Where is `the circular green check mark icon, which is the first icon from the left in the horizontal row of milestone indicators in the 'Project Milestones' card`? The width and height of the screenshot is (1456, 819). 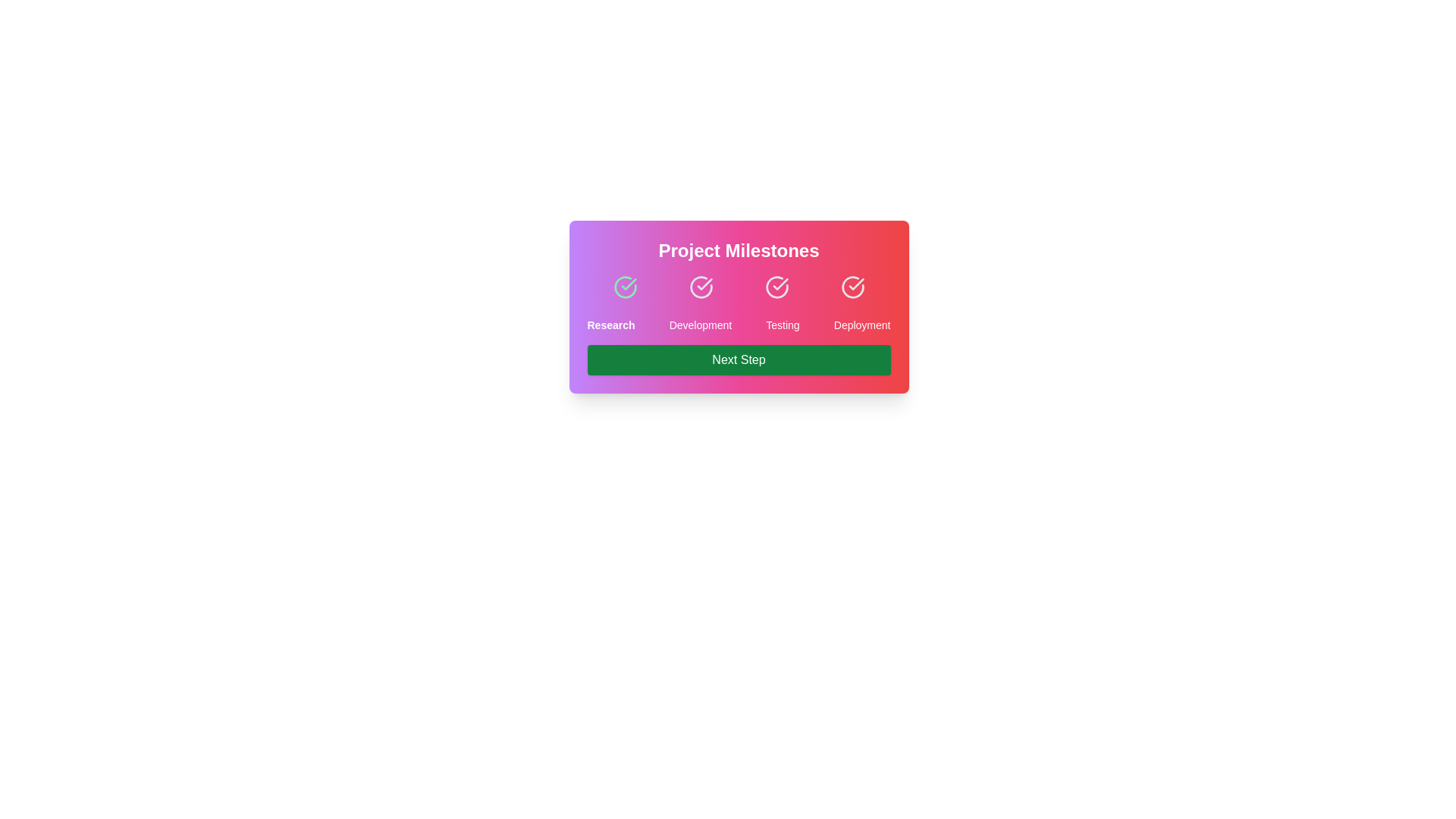 the circular green check mark icon, which is the first icon from the left in the horizontal row of milestone indicators in the 'Project Milestones' card is located at coordinates (625, 287).